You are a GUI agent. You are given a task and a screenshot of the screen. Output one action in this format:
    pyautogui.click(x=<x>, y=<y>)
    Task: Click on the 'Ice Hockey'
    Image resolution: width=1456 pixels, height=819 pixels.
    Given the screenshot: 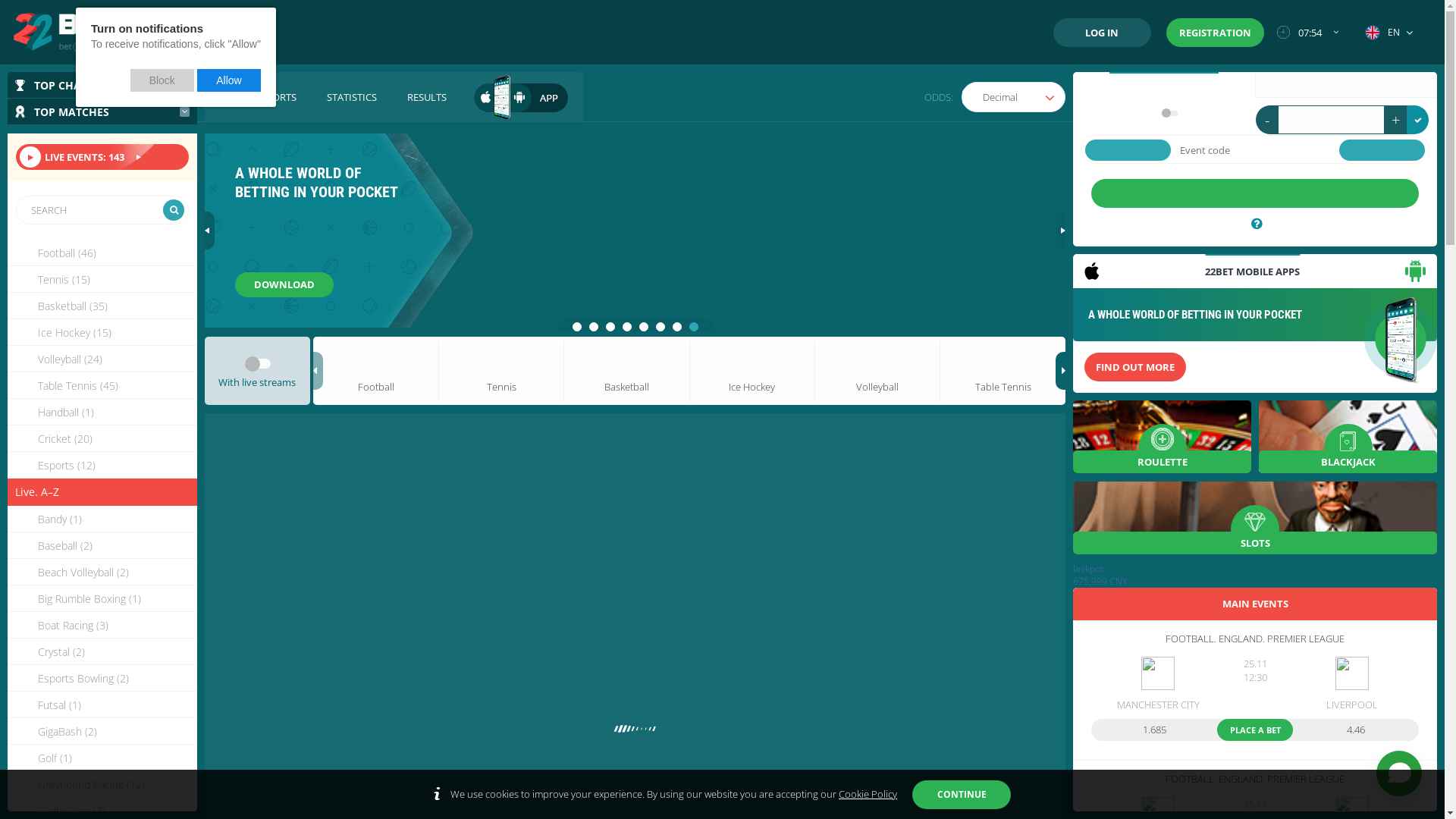 What is the action you would take?
    pyautogui.click(x=688, y=371)
    